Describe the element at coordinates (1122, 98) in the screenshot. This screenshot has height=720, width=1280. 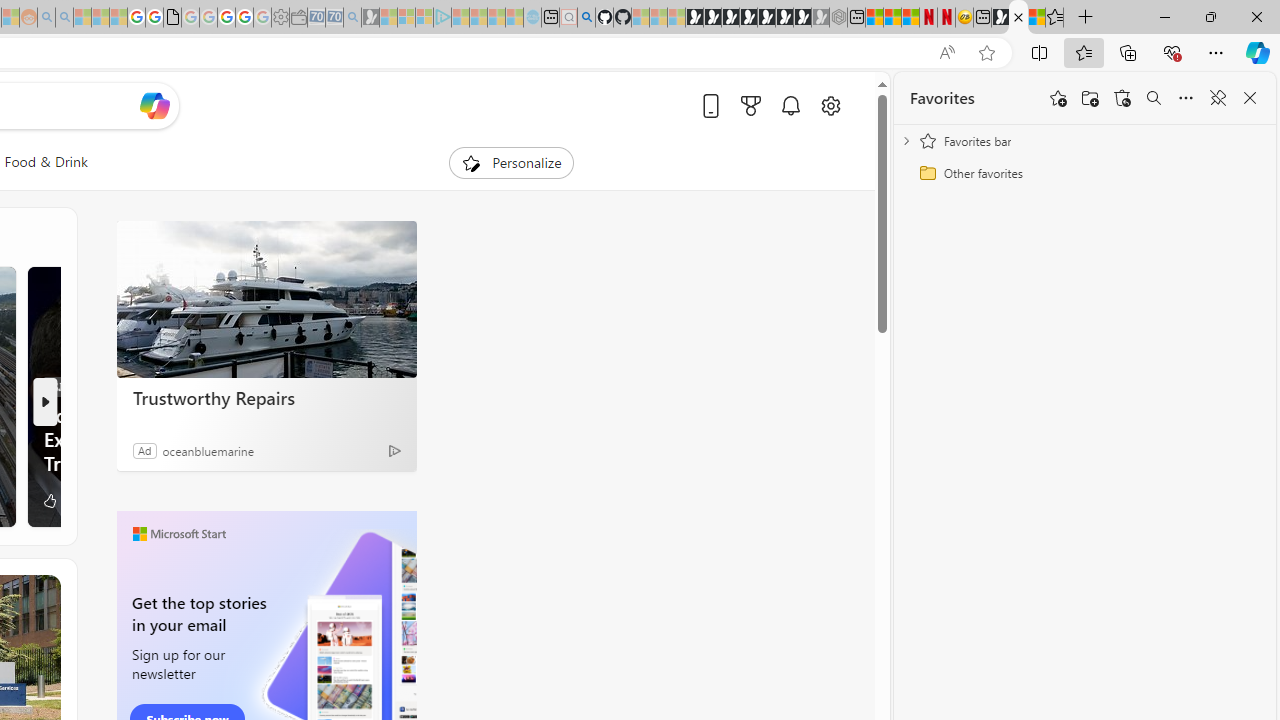
I see `'Restore deleted favorites'` at that location.